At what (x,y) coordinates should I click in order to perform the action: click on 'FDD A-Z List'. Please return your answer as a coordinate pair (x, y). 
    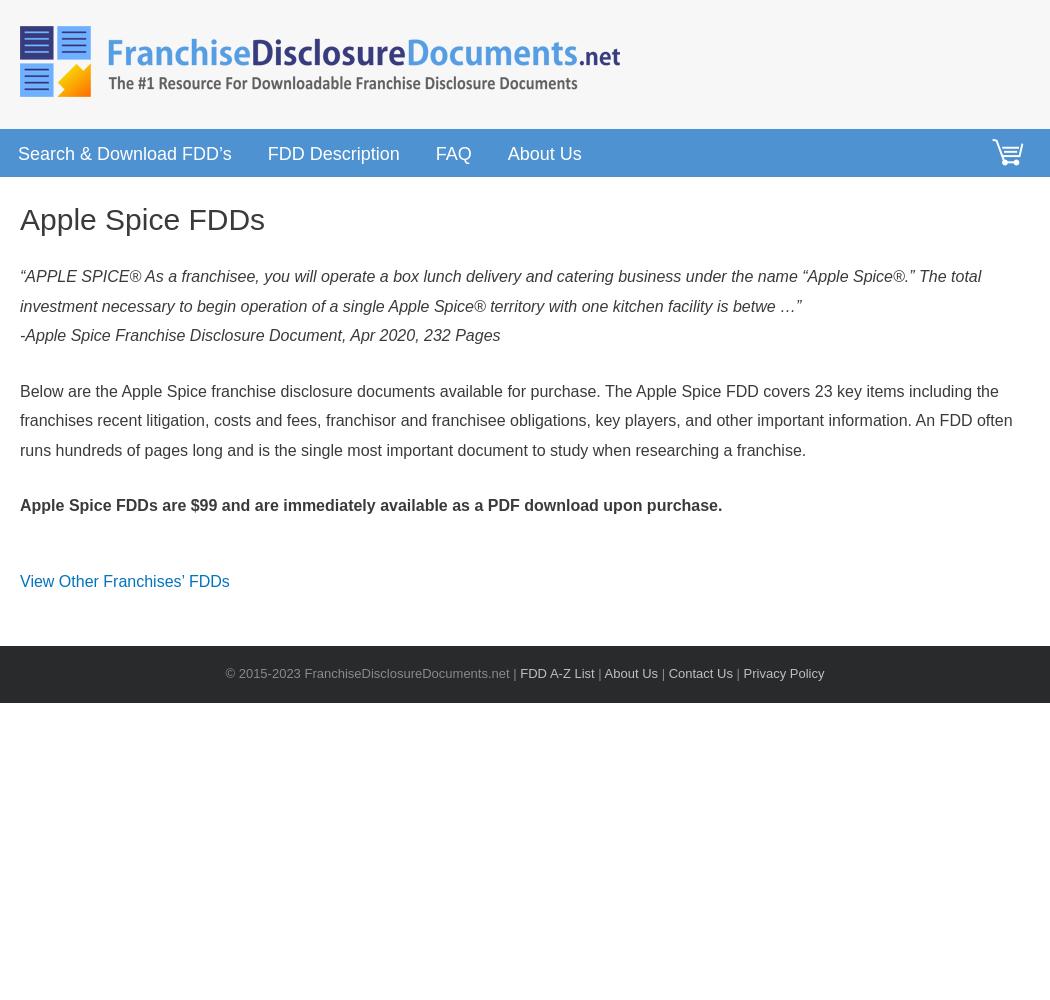
    Looking at the image, I should click on (557, 673).